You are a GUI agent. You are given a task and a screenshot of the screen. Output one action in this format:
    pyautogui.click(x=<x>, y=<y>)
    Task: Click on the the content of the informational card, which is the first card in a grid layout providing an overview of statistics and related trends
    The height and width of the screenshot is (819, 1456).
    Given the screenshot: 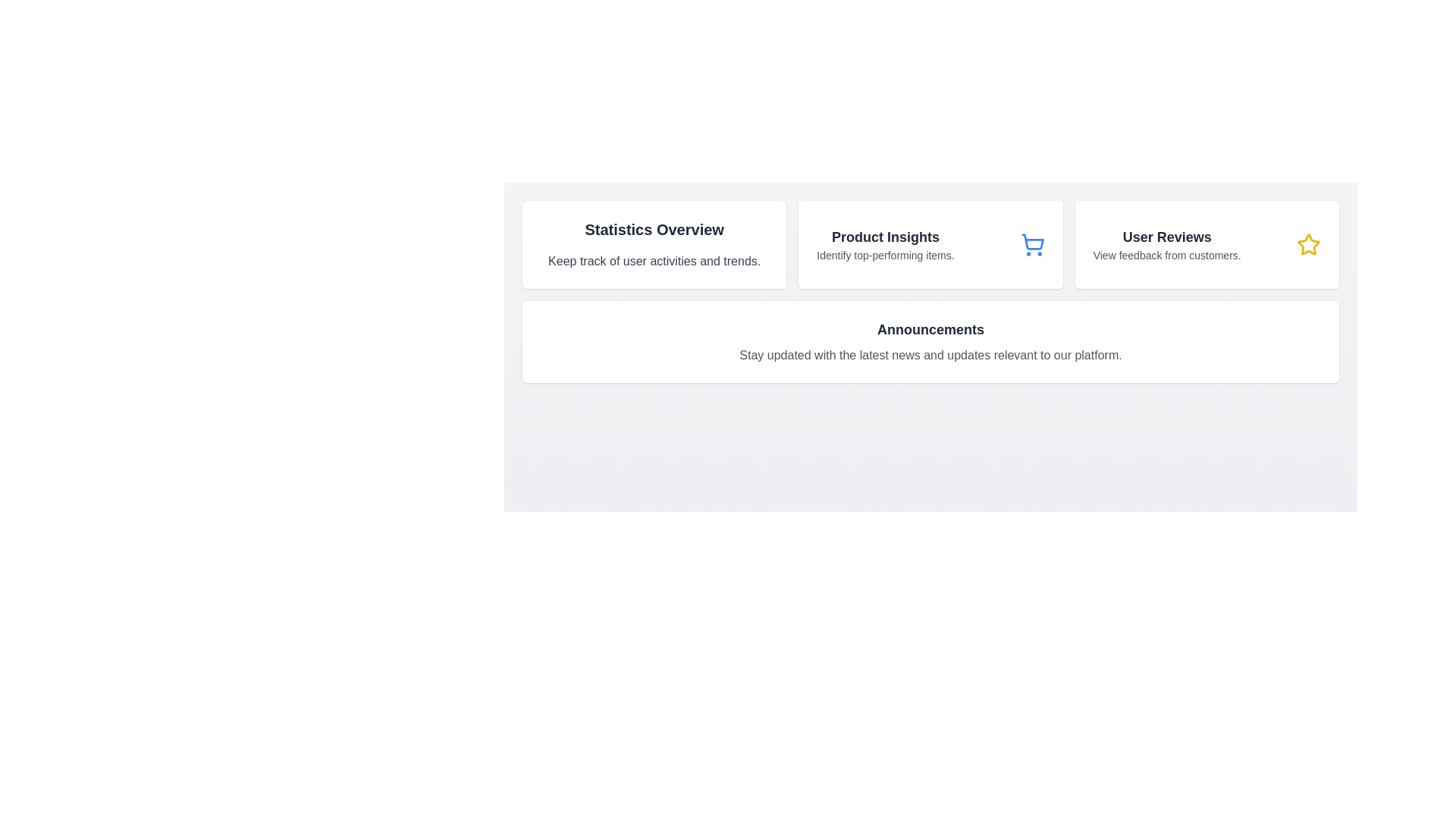 What is the action you would take?
    pyautogui.click(x=654, y=244)
    